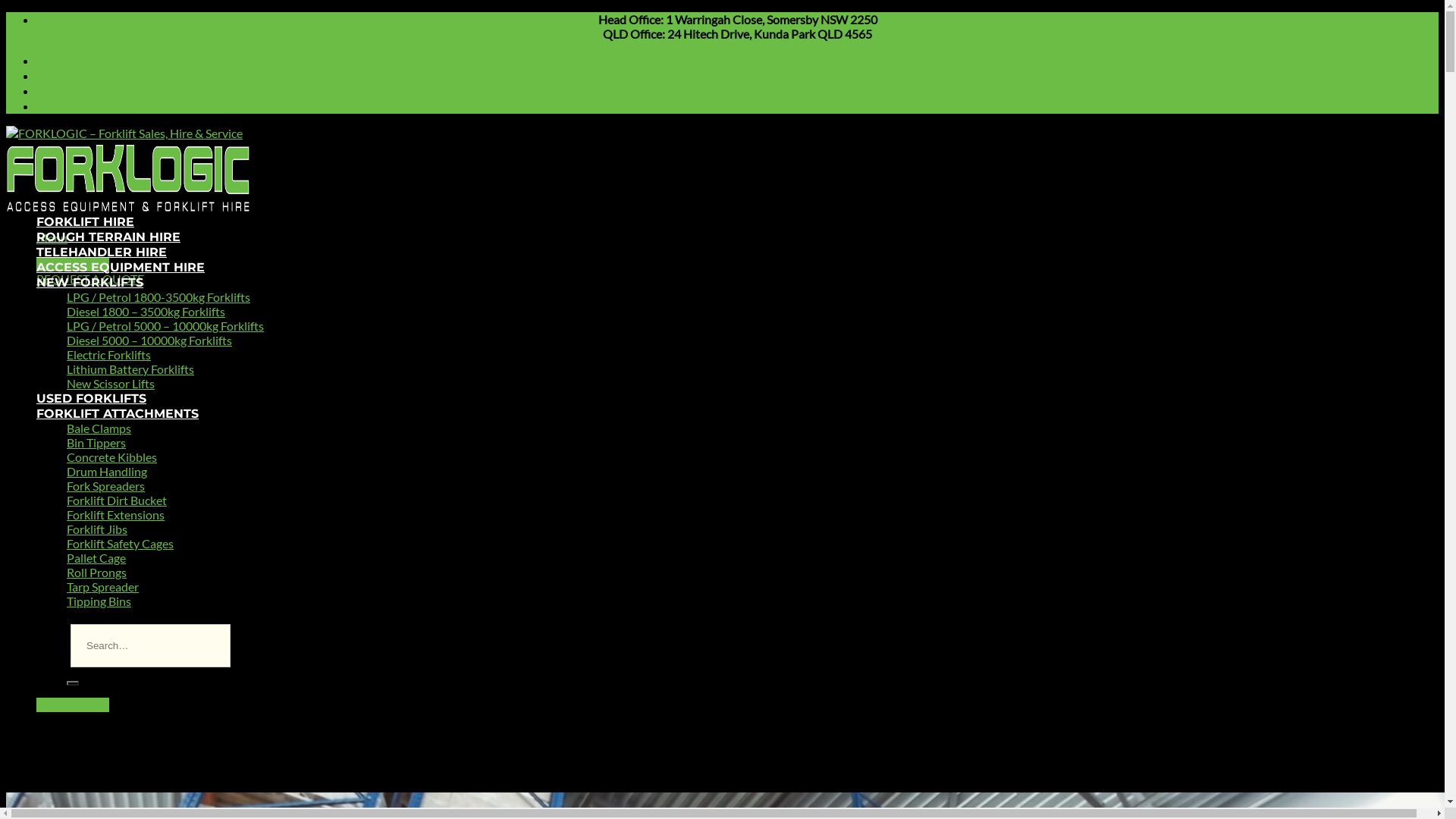 The height and width of the screenshot is (819, 1456). What do you see at coordinates (130, 369) in the screenshot?
I see `'Lithium Battery Forklifts'` at bounding box center [130, 369].